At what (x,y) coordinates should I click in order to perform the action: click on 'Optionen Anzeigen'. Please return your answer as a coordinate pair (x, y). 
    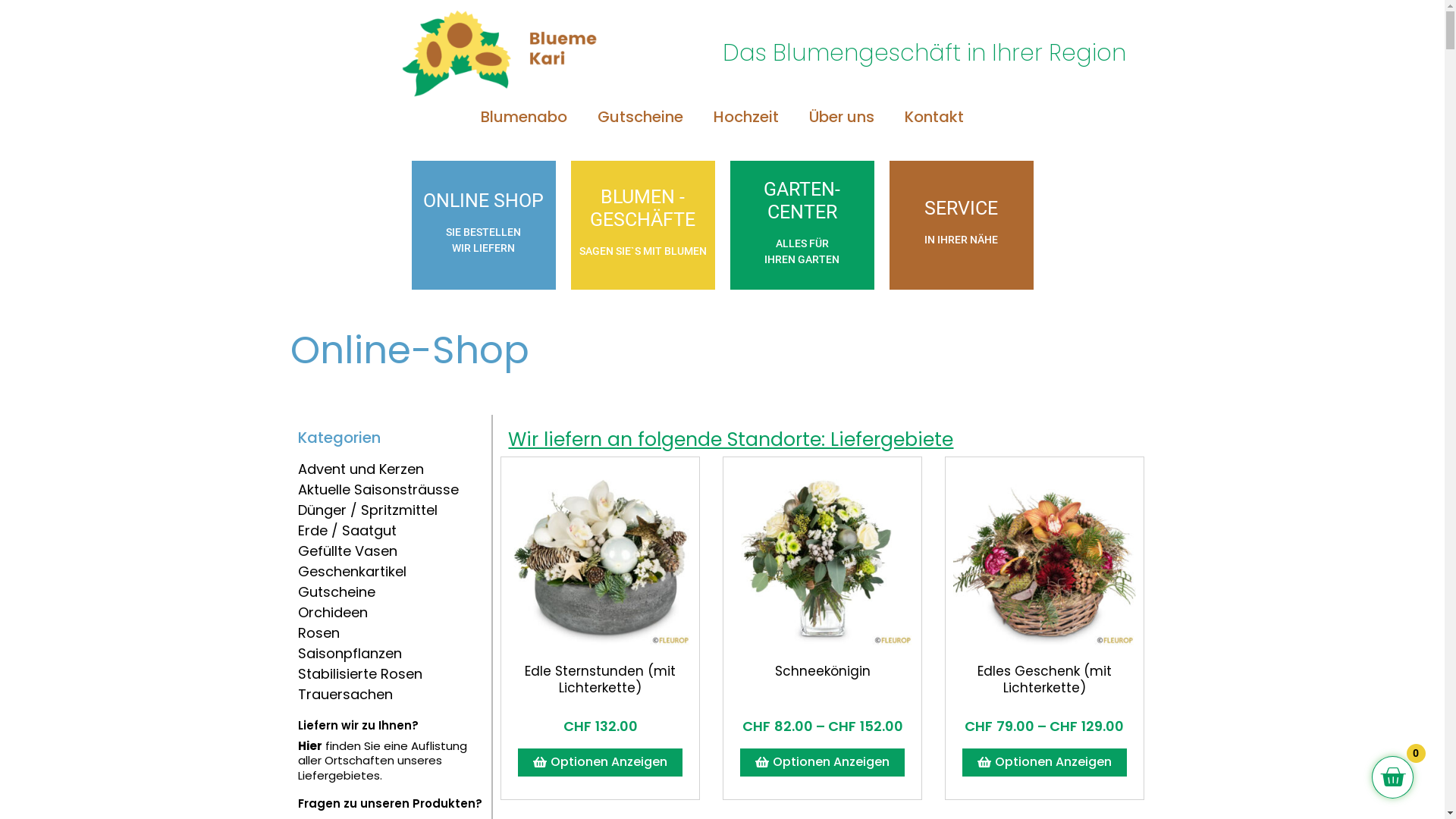
    Looking at the image, I should click on (961, 762).